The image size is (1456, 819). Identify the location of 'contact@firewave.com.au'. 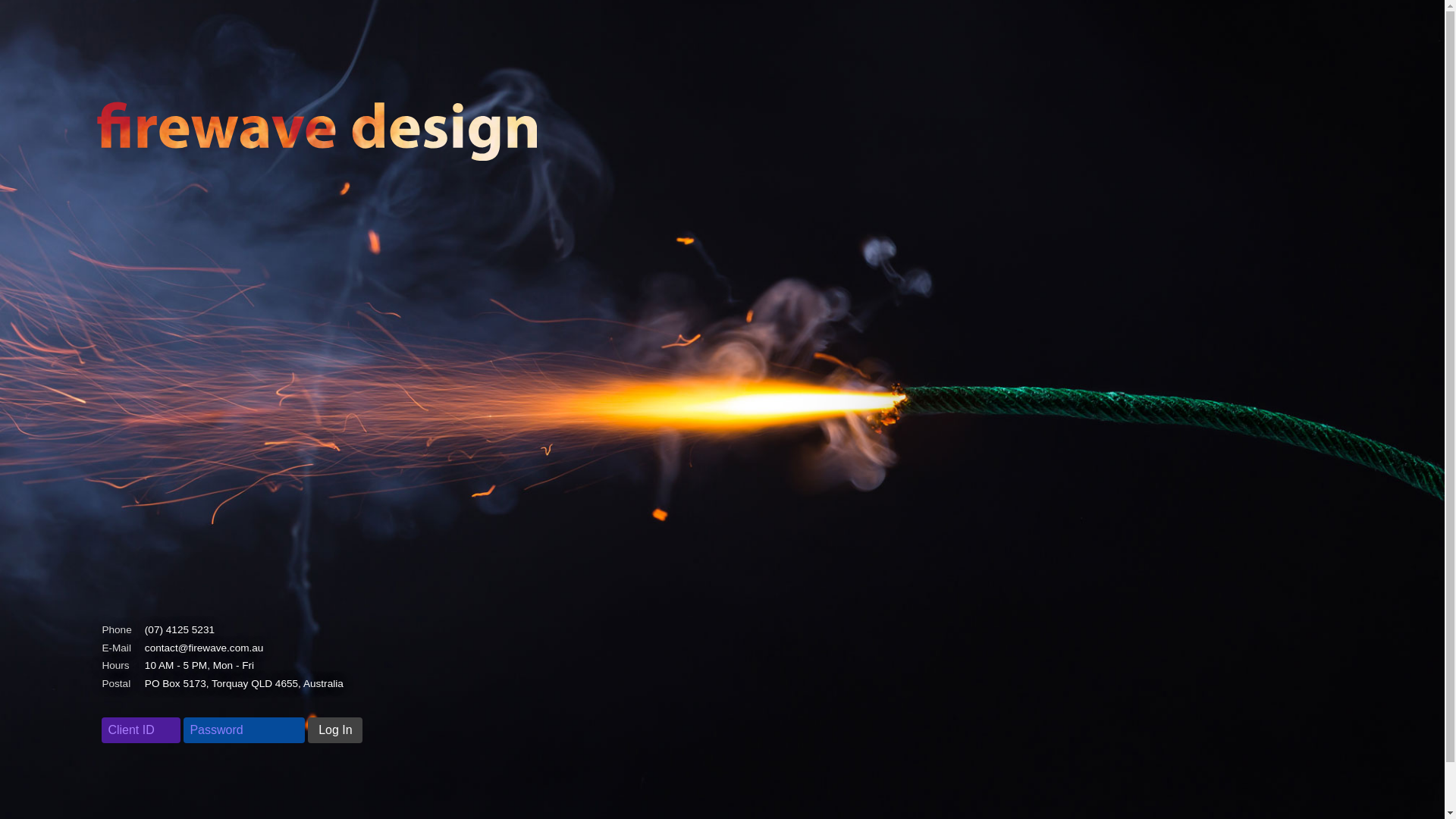
(203, 648).